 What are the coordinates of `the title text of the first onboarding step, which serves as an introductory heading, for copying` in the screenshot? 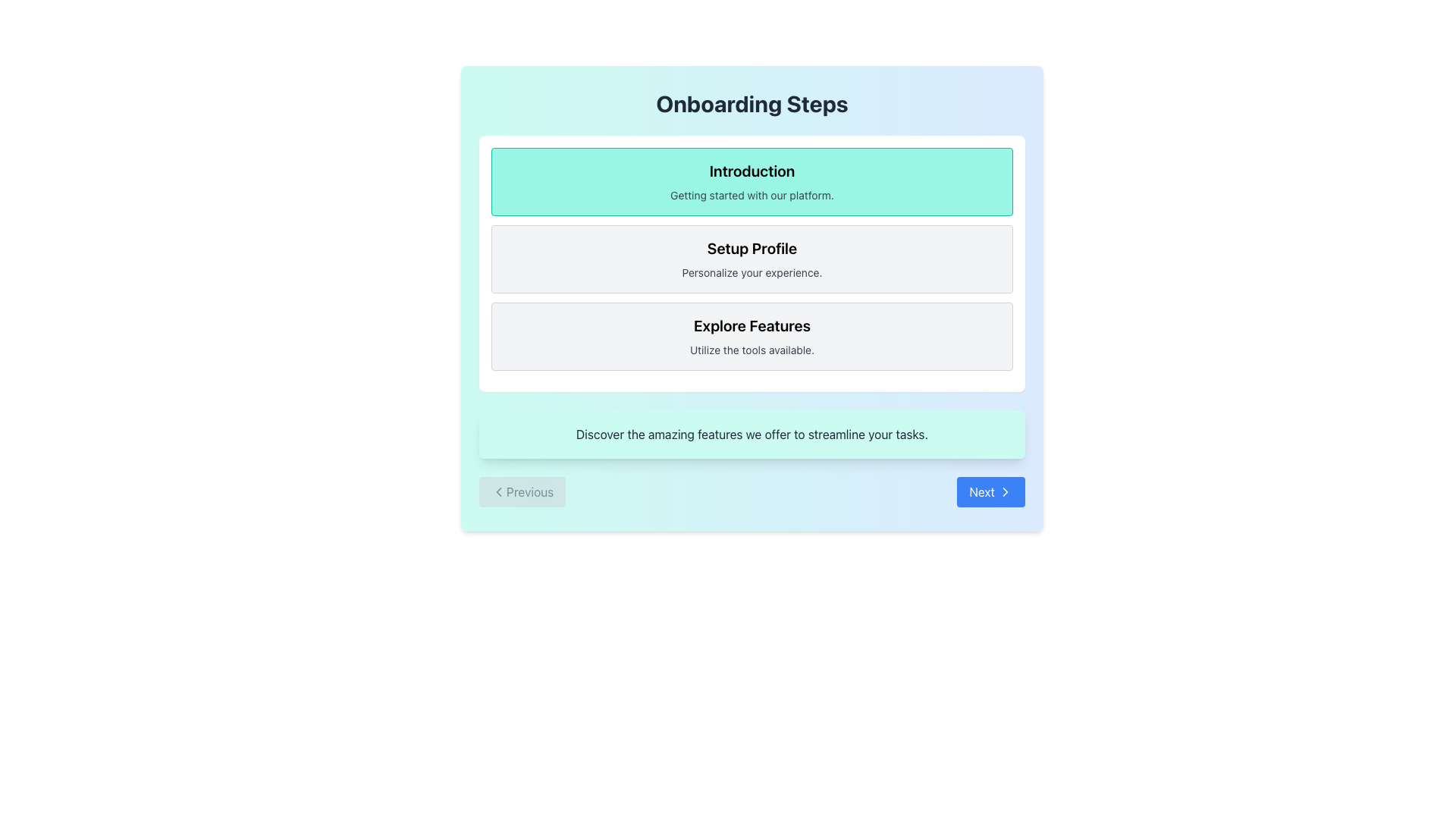 It's located at (752, 171).